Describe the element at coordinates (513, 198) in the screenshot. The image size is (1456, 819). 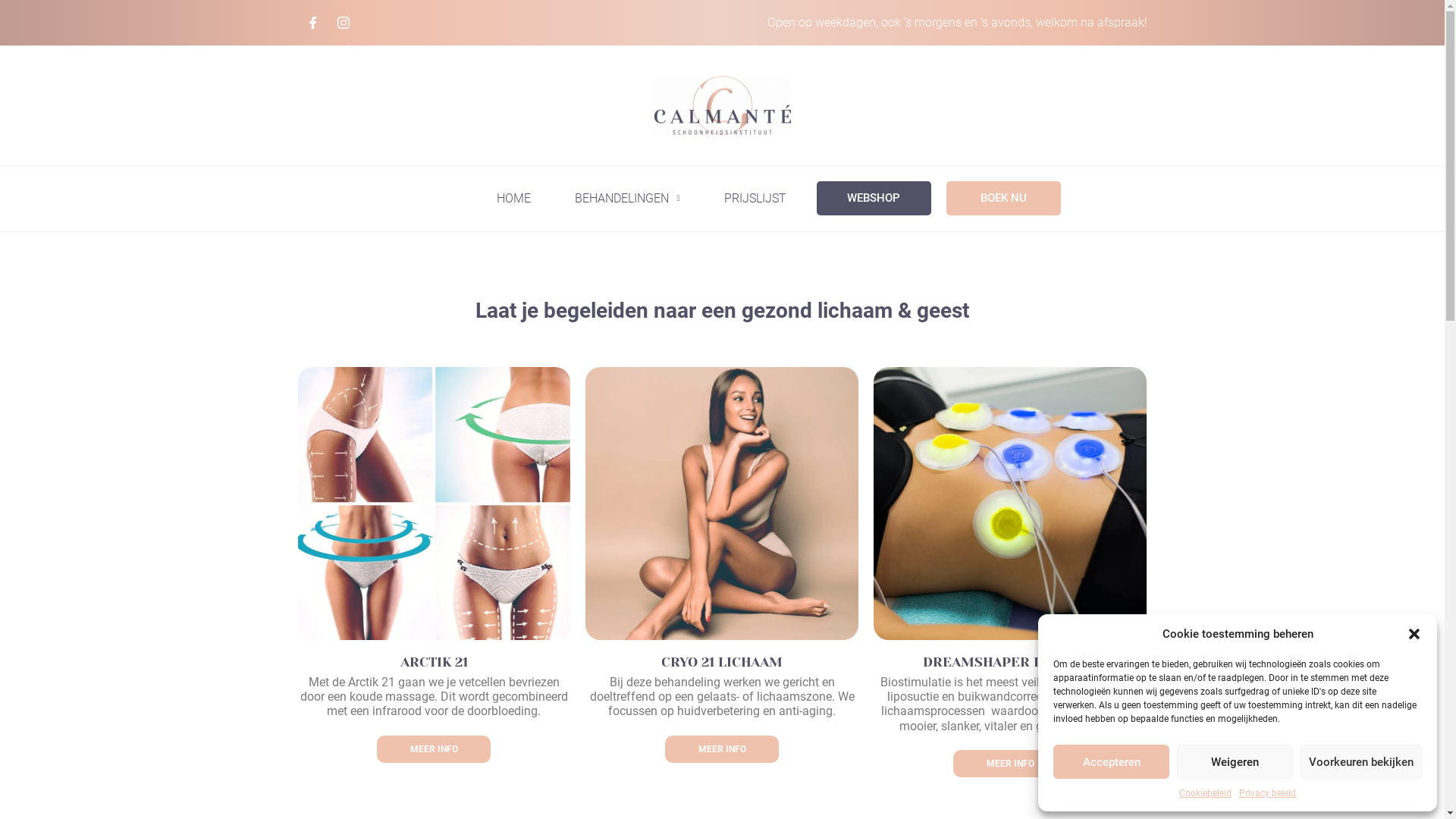
I see `'HOME'` at that location.